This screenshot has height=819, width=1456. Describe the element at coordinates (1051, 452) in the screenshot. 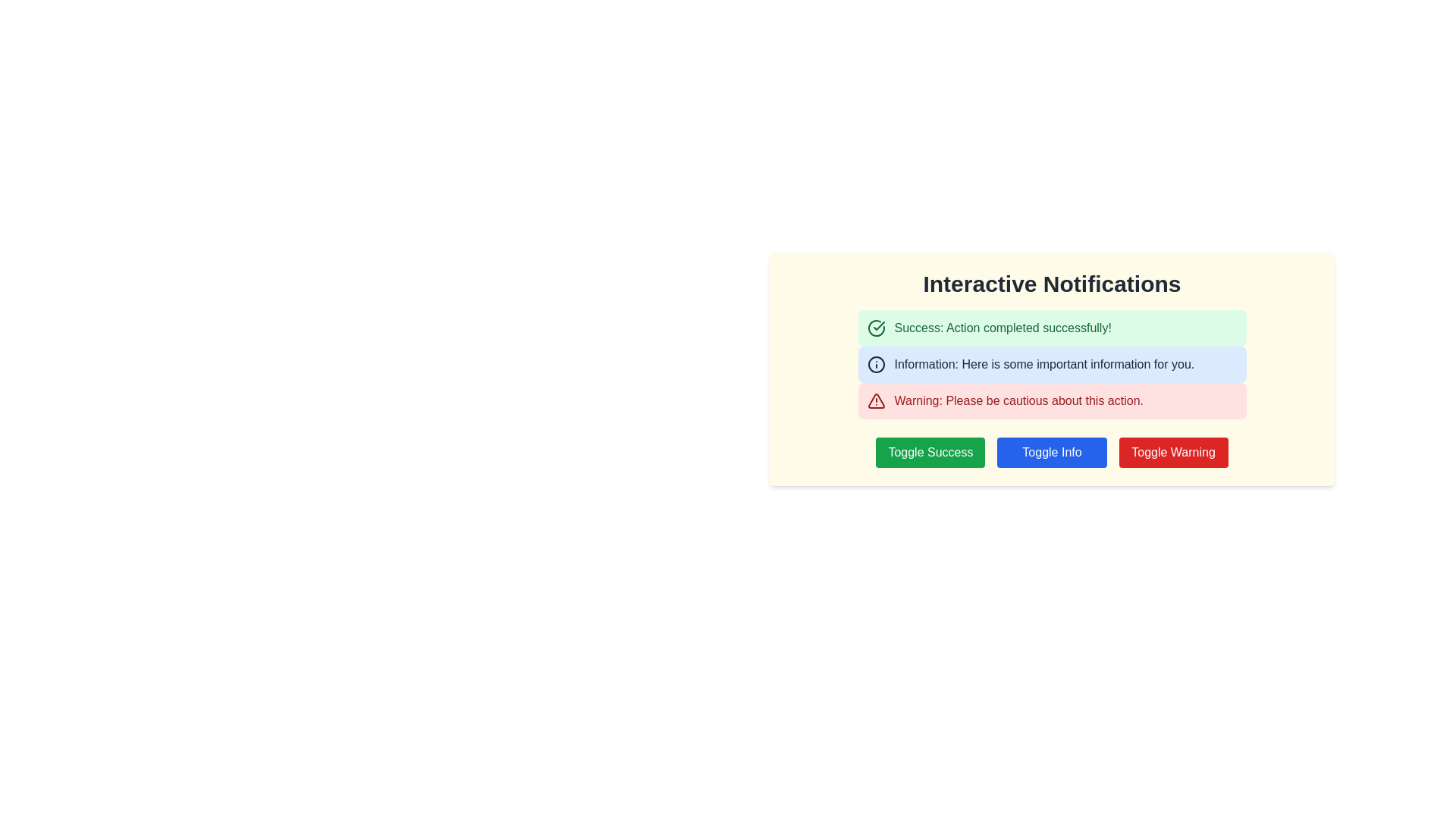

I see `the central 'Info' button located within the notification panel` at that location.